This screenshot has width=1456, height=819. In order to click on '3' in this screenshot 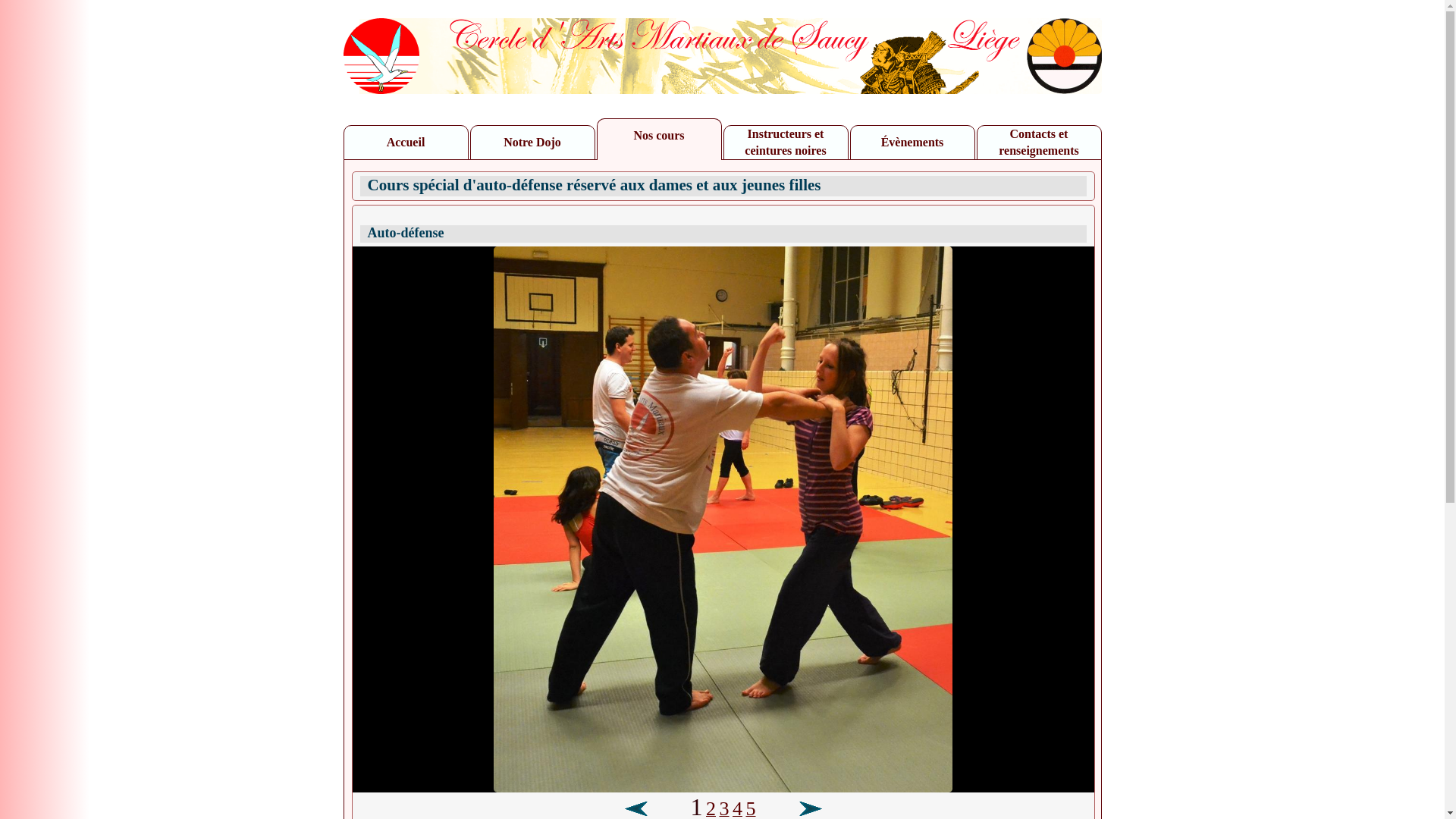, I will do `click(723, 809)`.